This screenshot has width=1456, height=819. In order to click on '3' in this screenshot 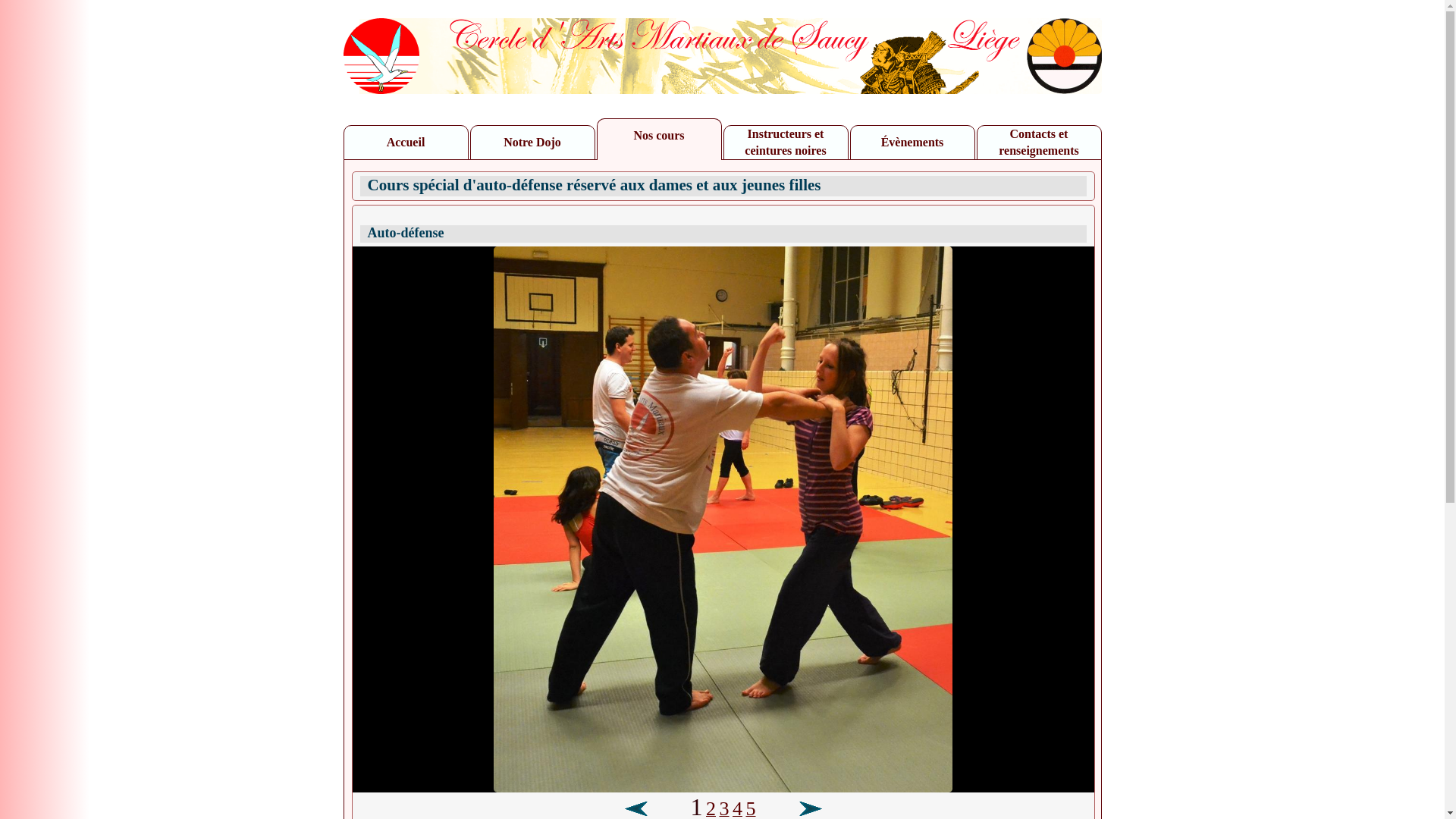, I will do `click(723, 809)`.